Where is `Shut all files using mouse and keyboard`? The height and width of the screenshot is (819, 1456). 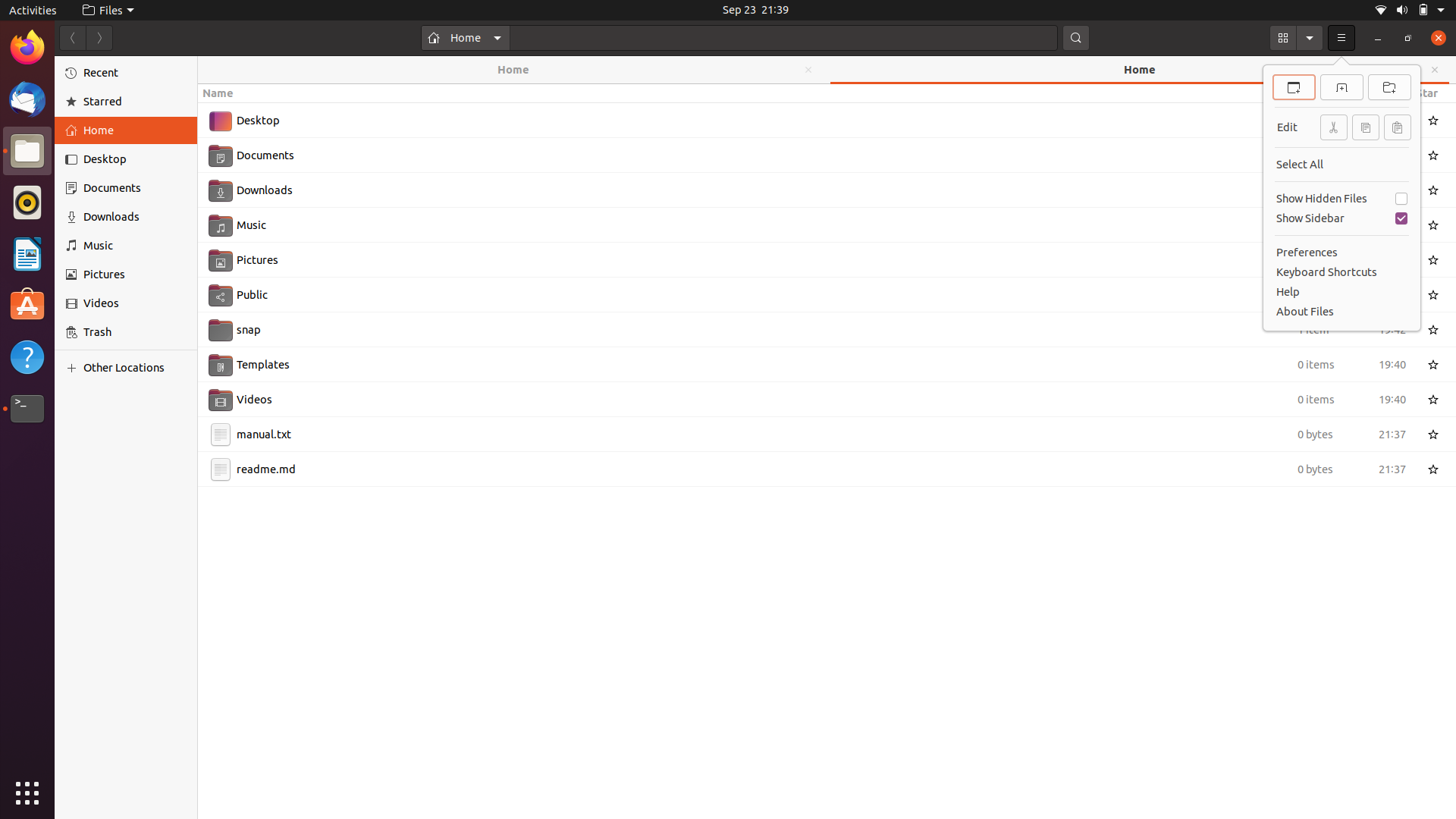 Shut all files using mouse and keyboard is located at coordinates (27, 151).